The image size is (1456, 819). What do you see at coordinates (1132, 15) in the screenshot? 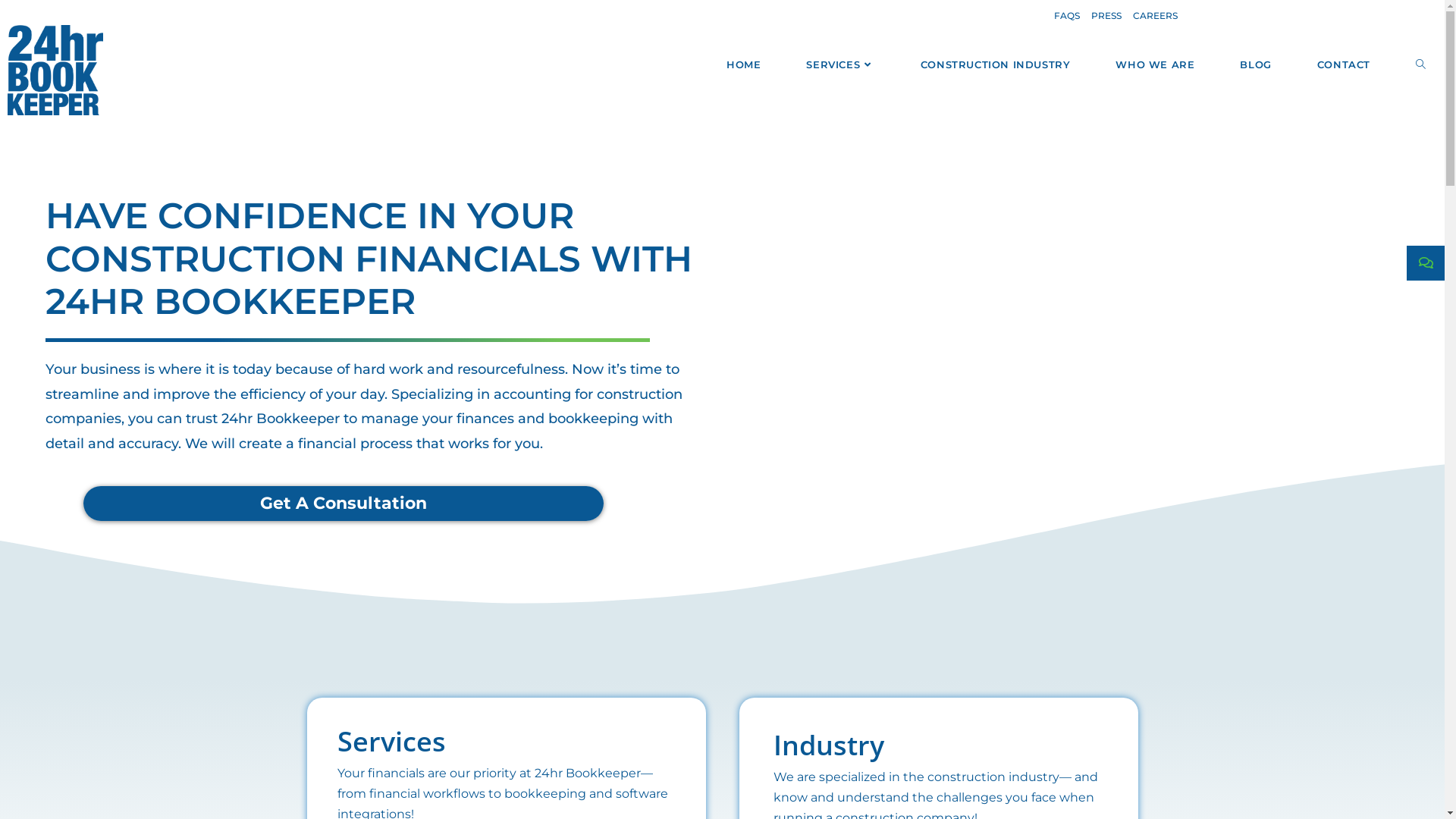
I see `'CAREERS'` at bounding box center [1132, 15].